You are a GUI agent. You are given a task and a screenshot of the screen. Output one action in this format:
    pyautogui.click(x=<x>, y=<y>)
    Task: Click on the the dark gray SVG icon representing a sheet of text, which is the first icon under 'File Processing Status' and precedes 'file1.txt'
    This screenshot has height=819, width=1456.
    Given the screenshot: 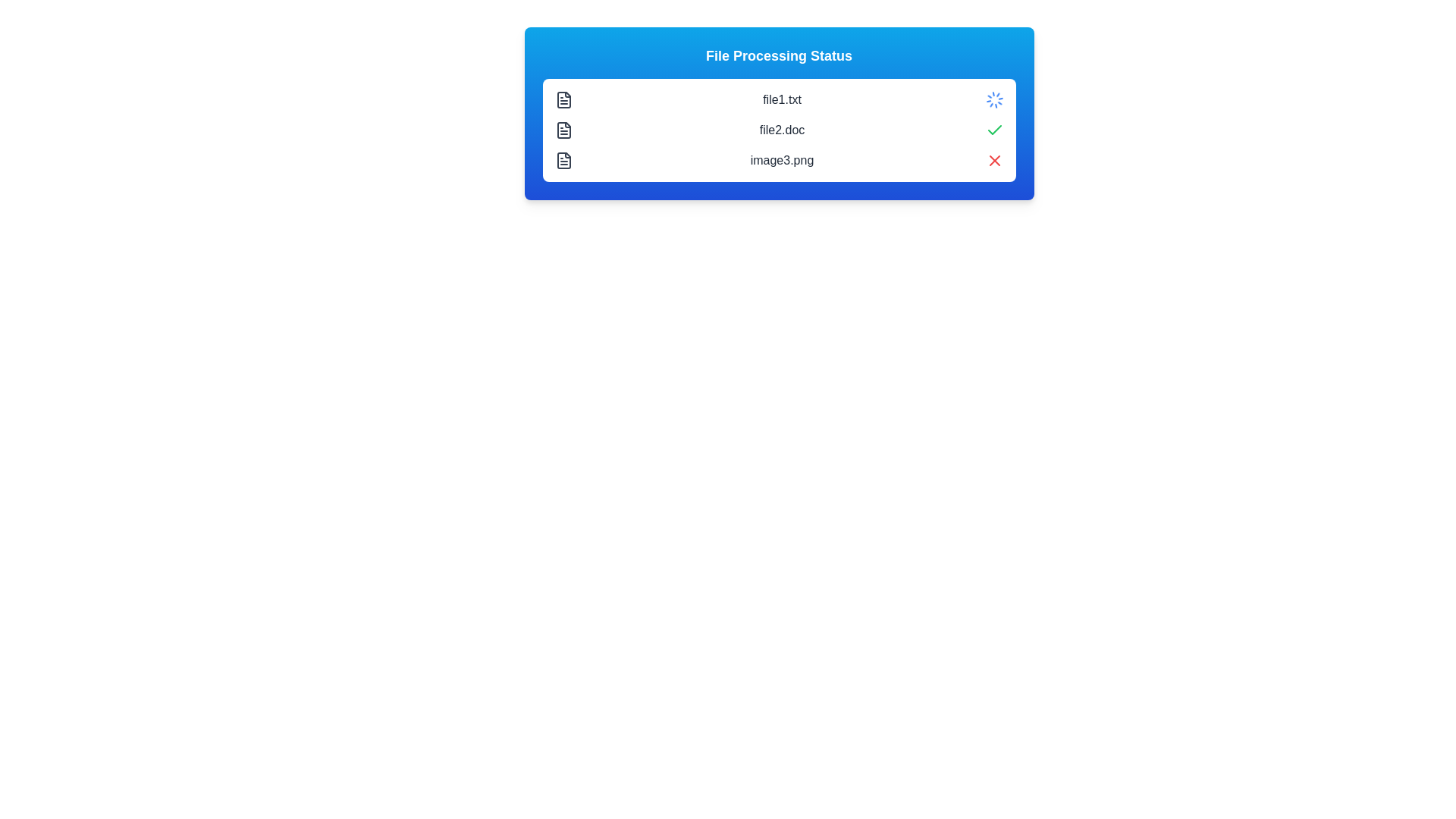 What is the action you would take?
    pyautogui.click(x=563, y=99)
    